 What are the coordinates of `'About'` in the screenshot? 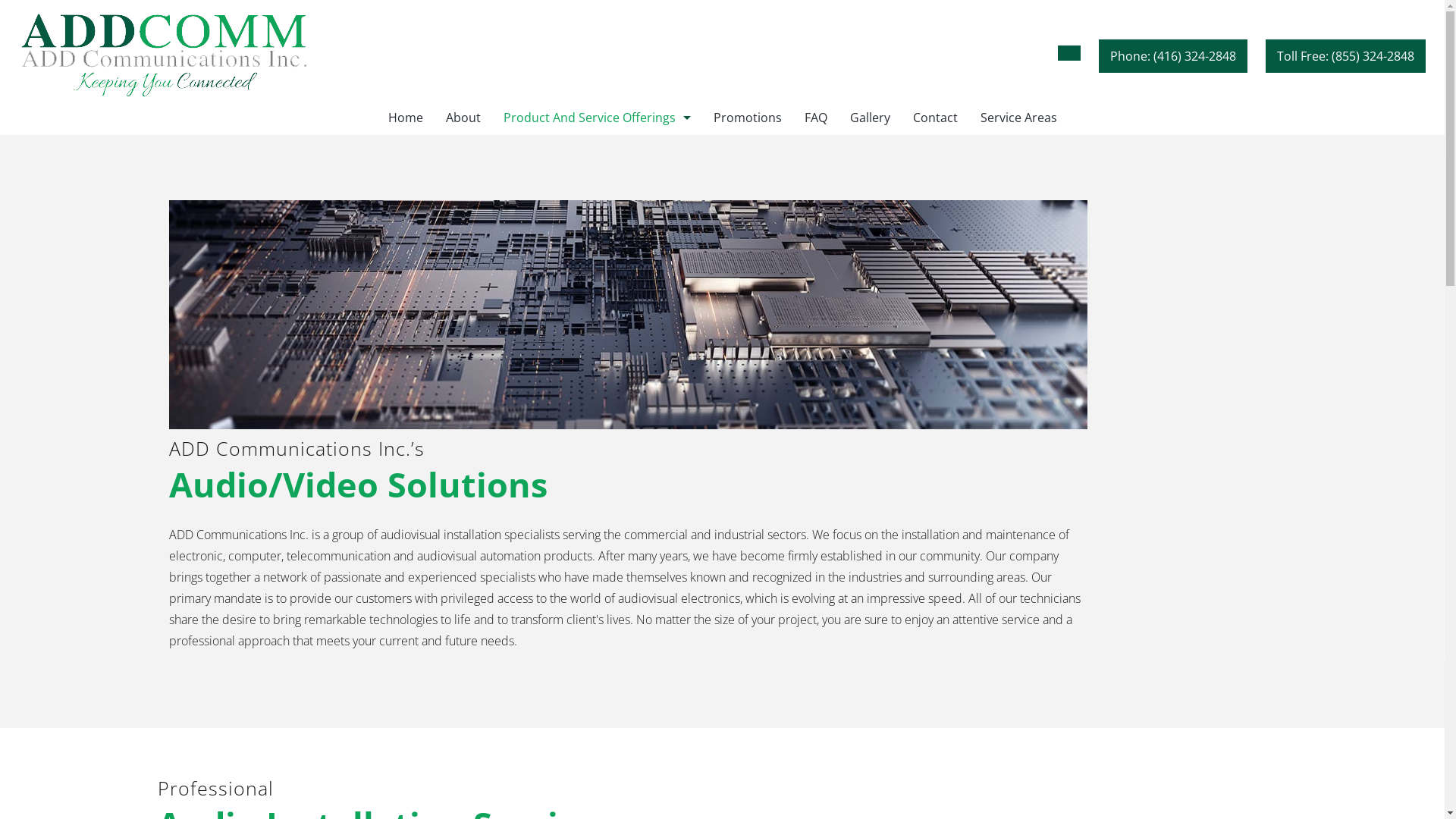 It's located at (461, 117).